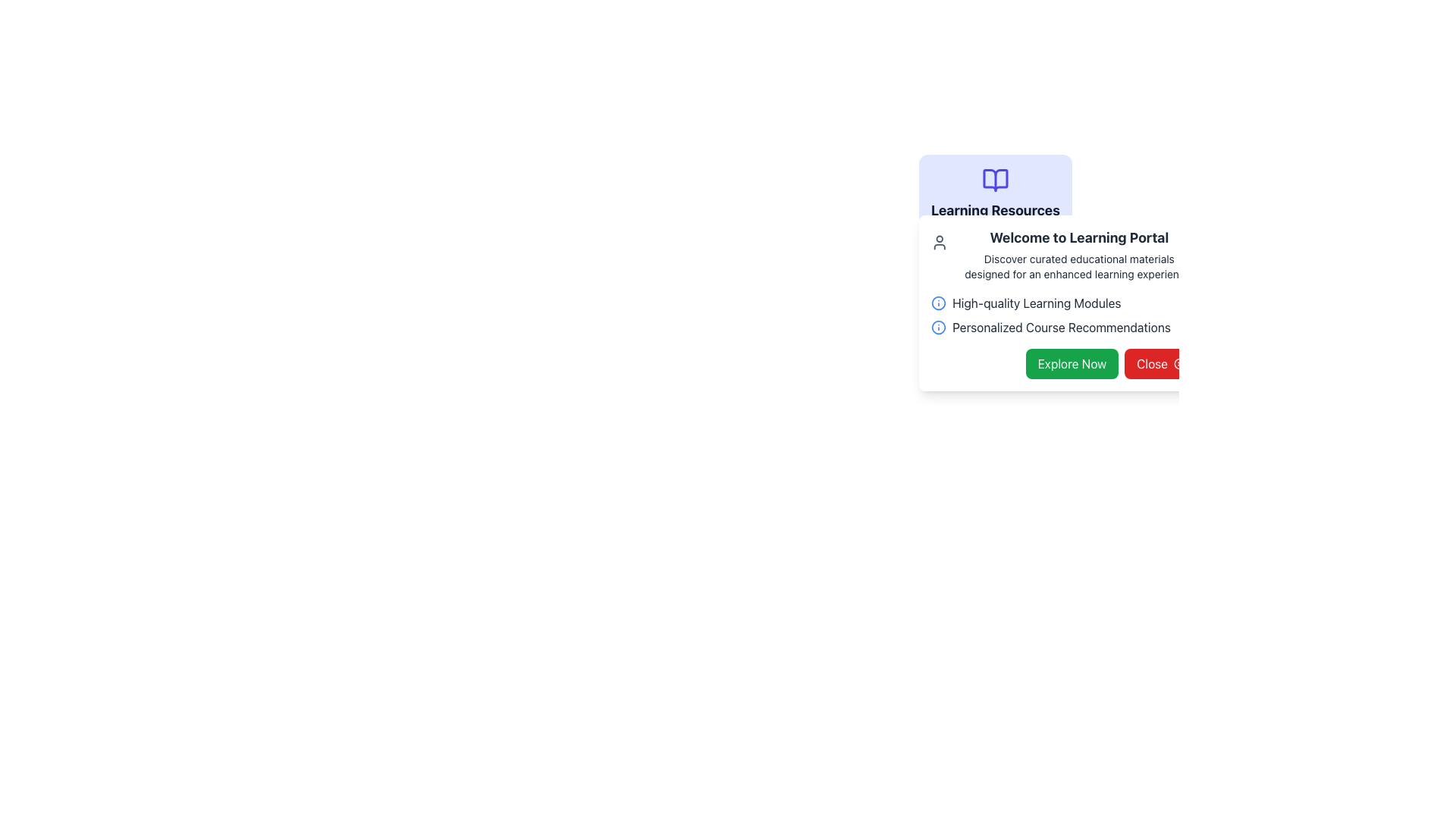  Describe the element at coordinates (1064, 315) in the screenshot. I see `the text-based informational list that describes 'High-quality Learning Modules' and 'Personalized Course Recommendations', located in the middle of the white, rounded-corner card overlay below the heading 'Welcome to Learning Portal'` at that location.